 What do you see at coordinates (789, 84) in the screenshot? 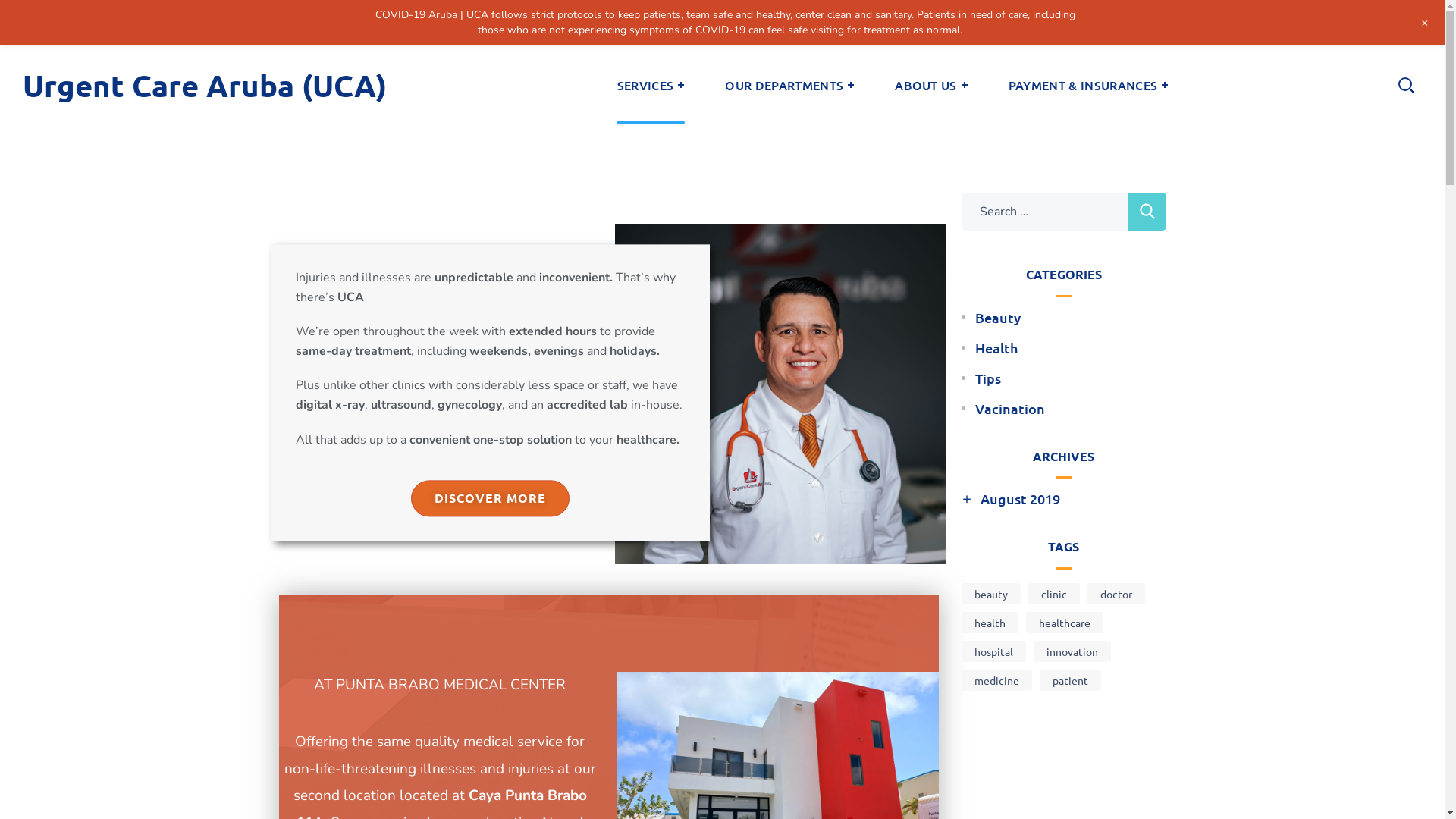
I see `'OUR DEPARTMENTS'` at bounding box center [789, 84].